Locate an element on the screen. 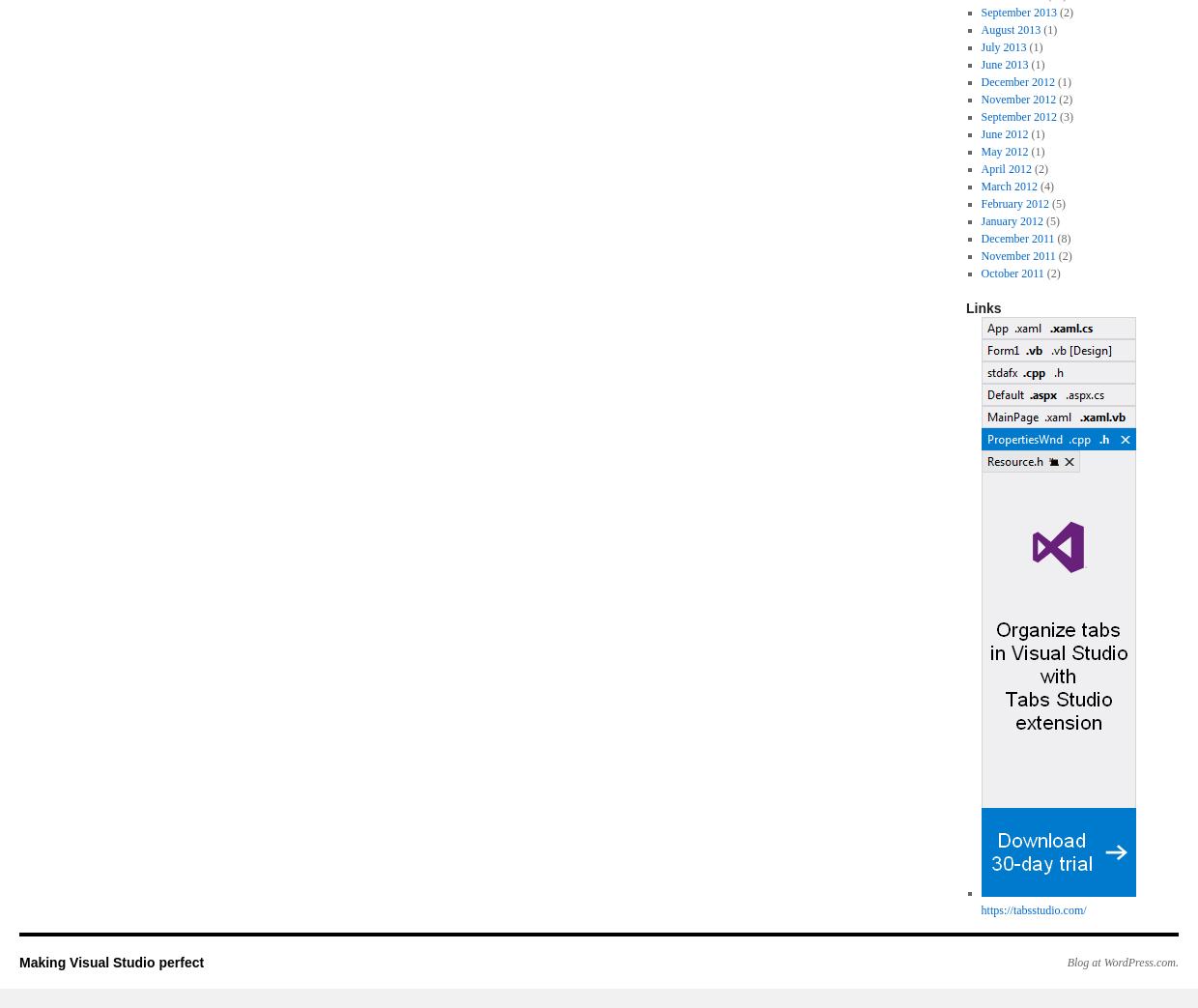 This screenshot has width=1198, height=1008. 'December 2011' is located at coordinates (1017, 238).